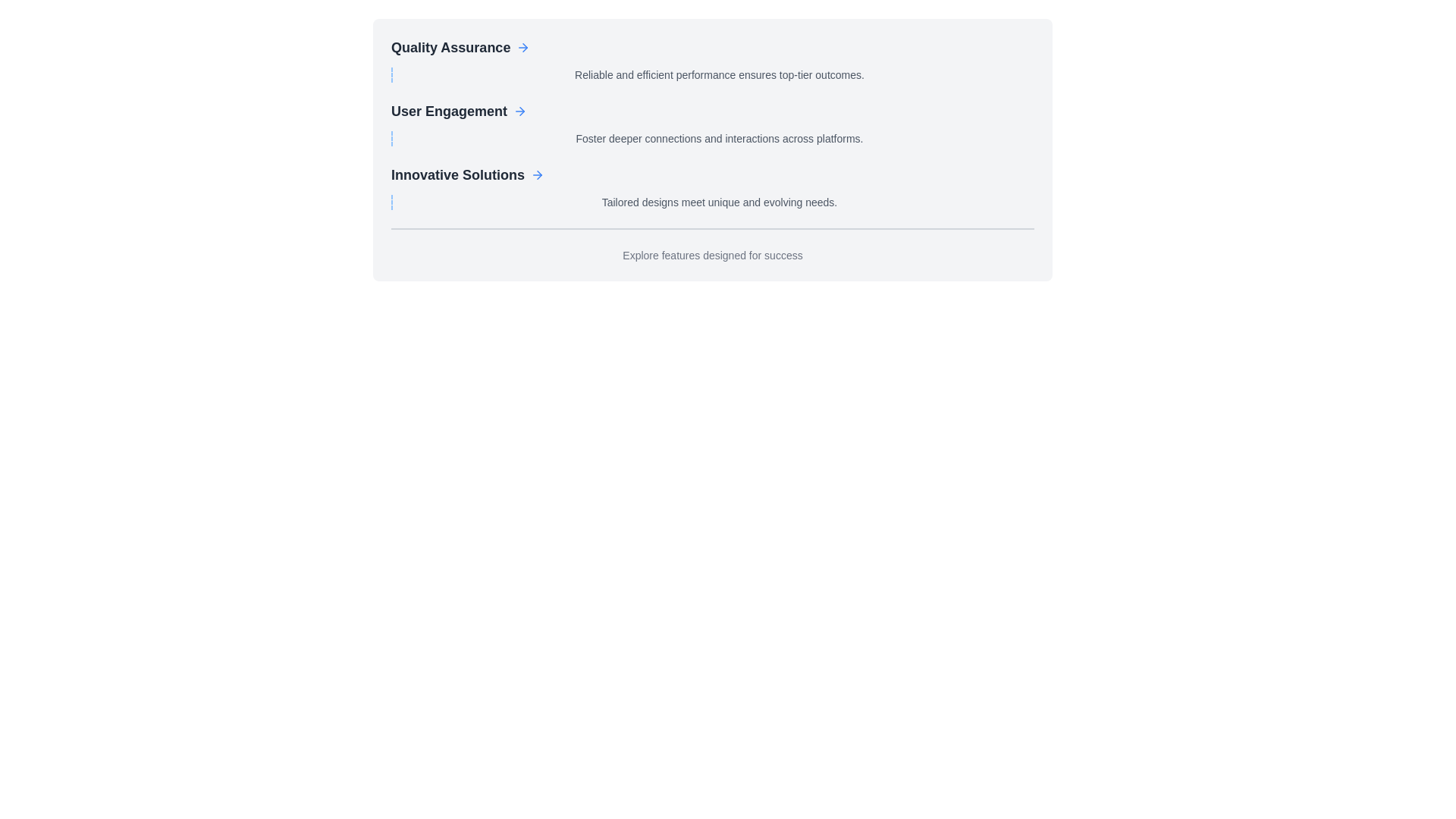 This screenshot has height=819, width=1456. What do you see at coordinates (457, 174) in the screenshot?
I see `the text label element displaying 'Innovative Solutions', which is the third item in a vertical list and features a right arrow icon for navigation` at bounding box center [457, 174].